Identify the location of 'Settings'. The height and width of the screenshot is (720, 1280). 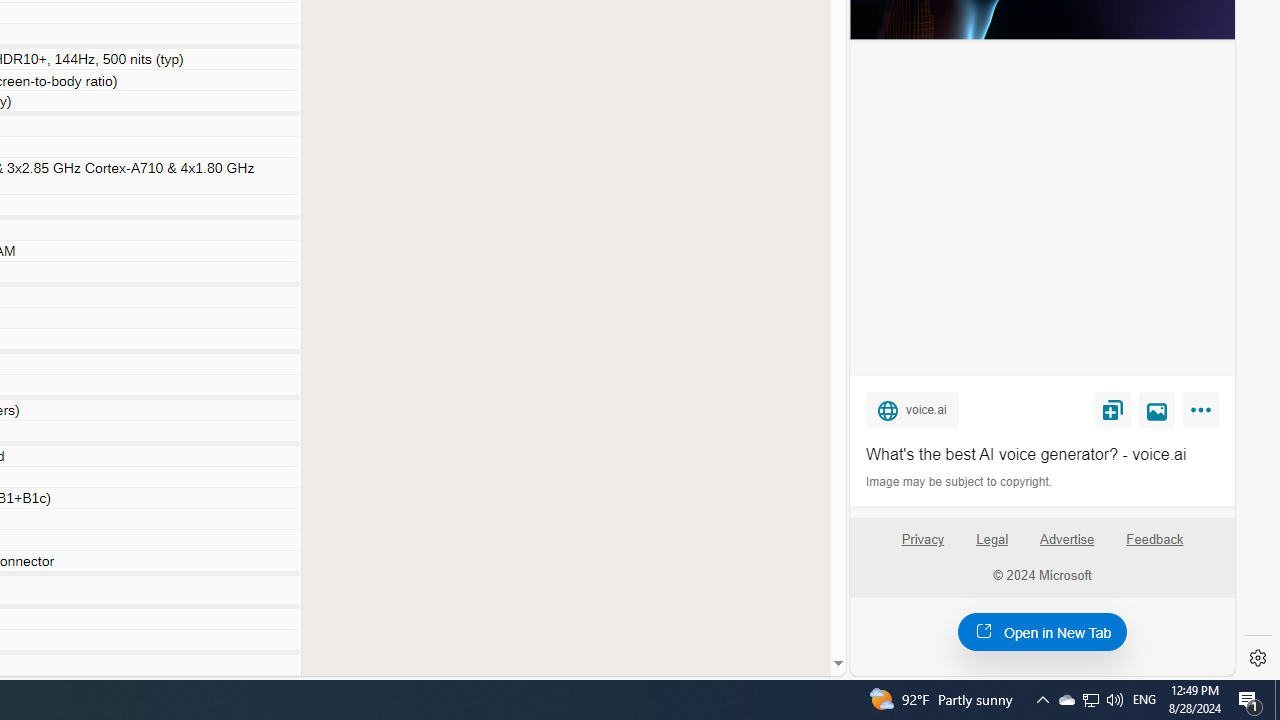
(1257, 658).